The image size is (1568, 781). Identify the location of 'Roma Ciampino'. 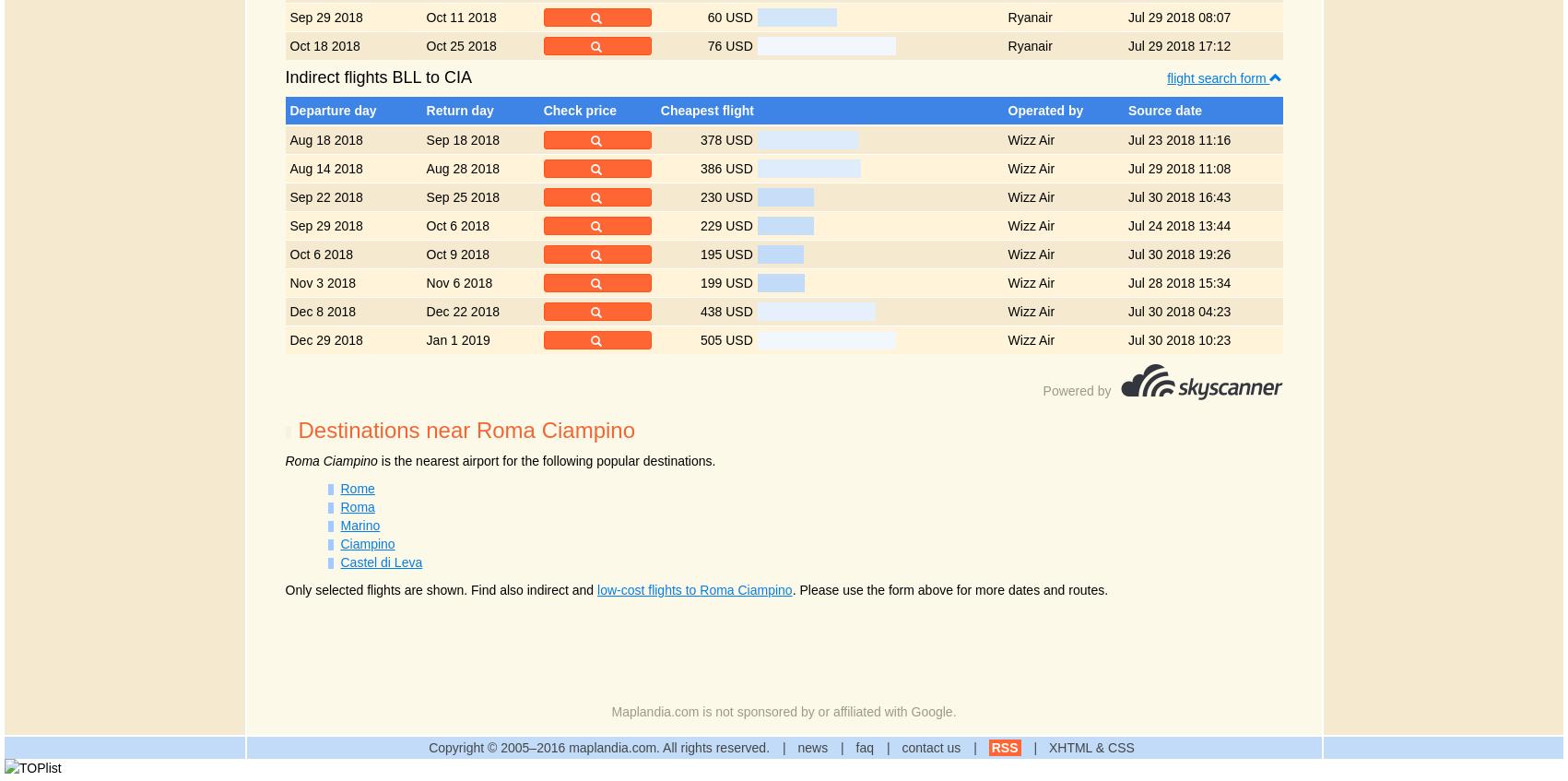
(331, 459).